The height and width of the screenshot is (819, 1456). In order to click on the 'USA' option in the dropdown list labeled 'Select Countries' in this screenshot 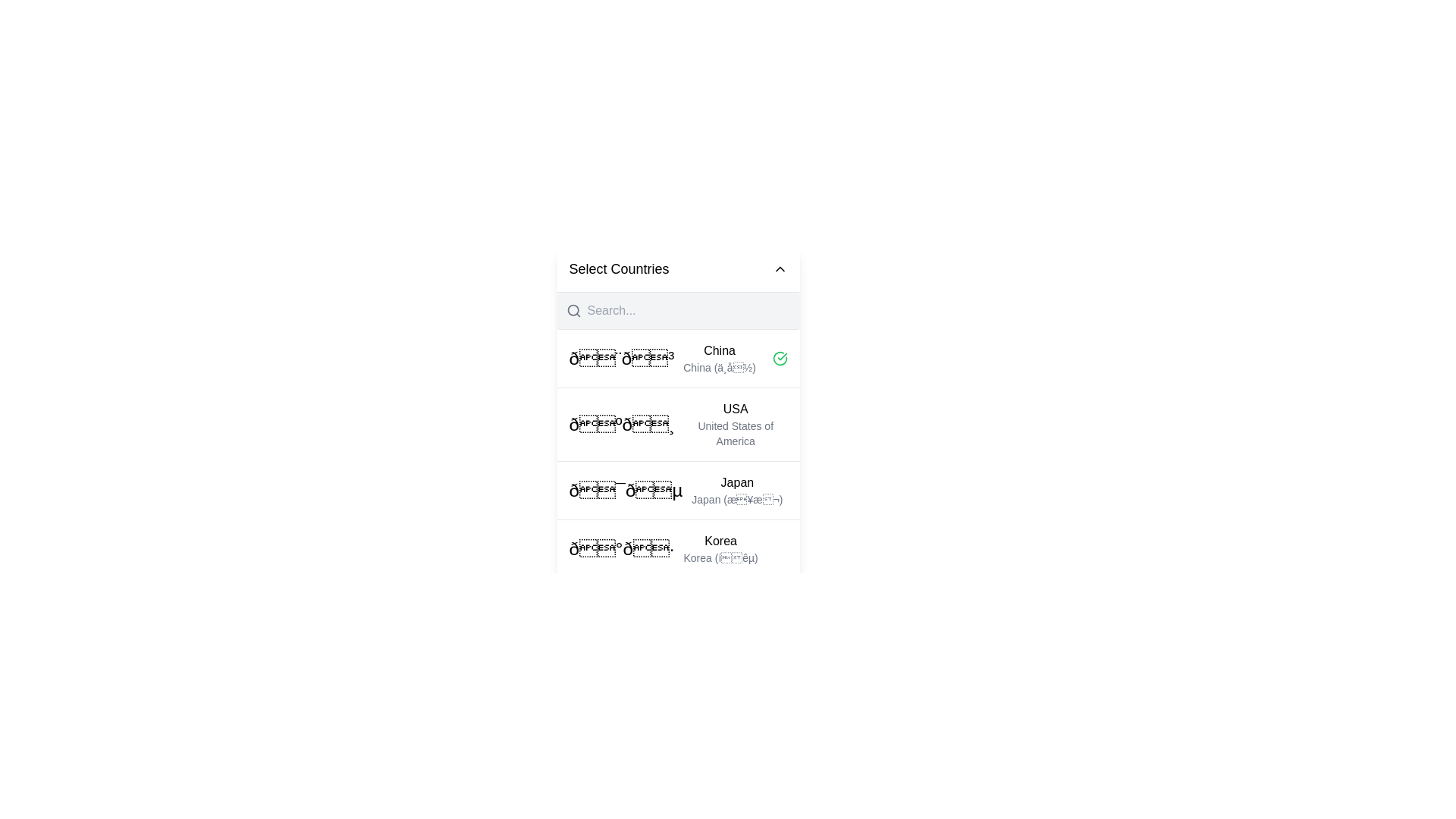, I will do `click(677, 444)`.